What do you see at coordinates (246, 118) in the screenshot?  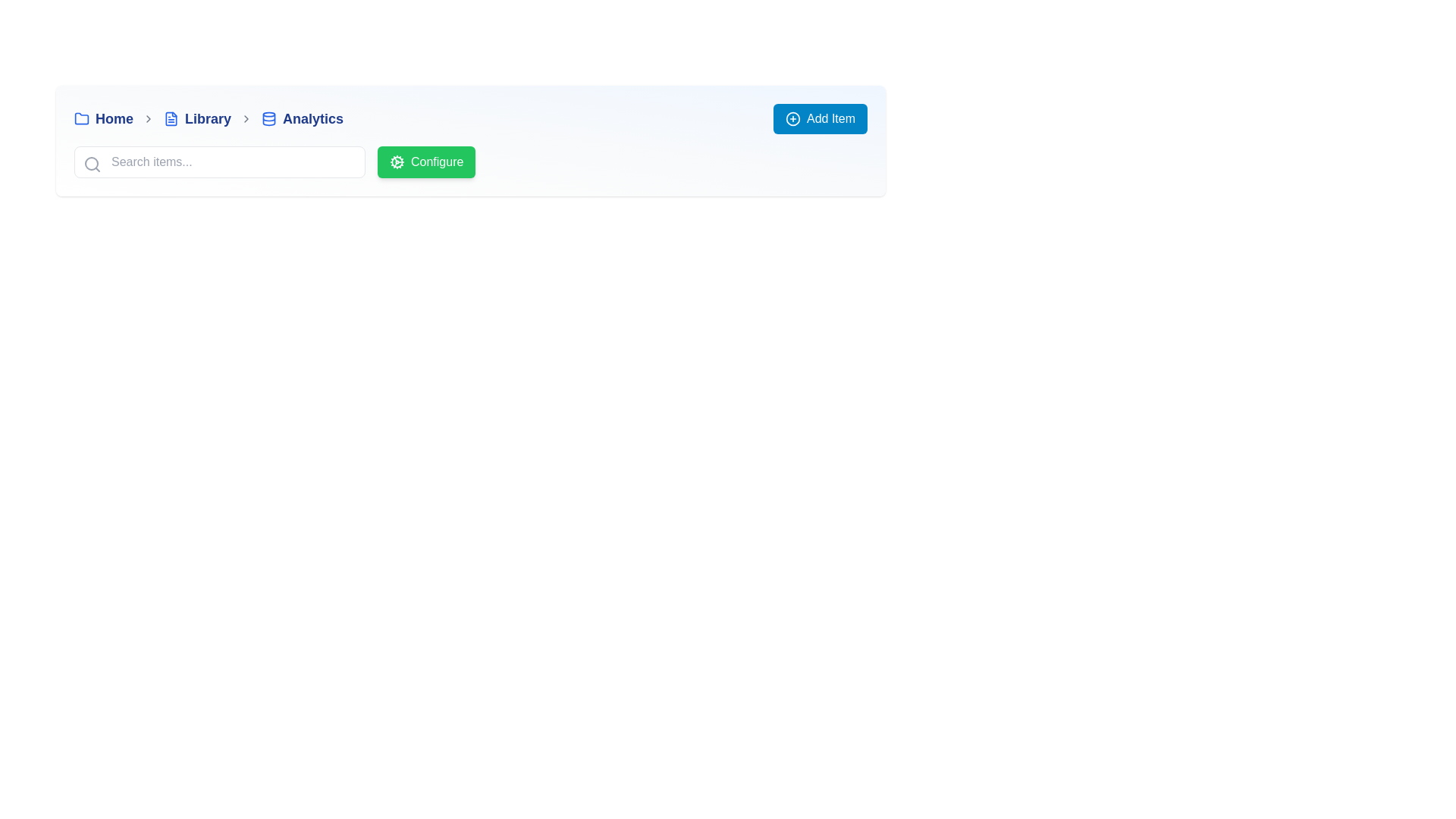 I see `the rightward pointing gray chevron icon in the breadcrumb navigation, located between the 'Library' and 'Analytics' labels` at bounding box center [246, 118].